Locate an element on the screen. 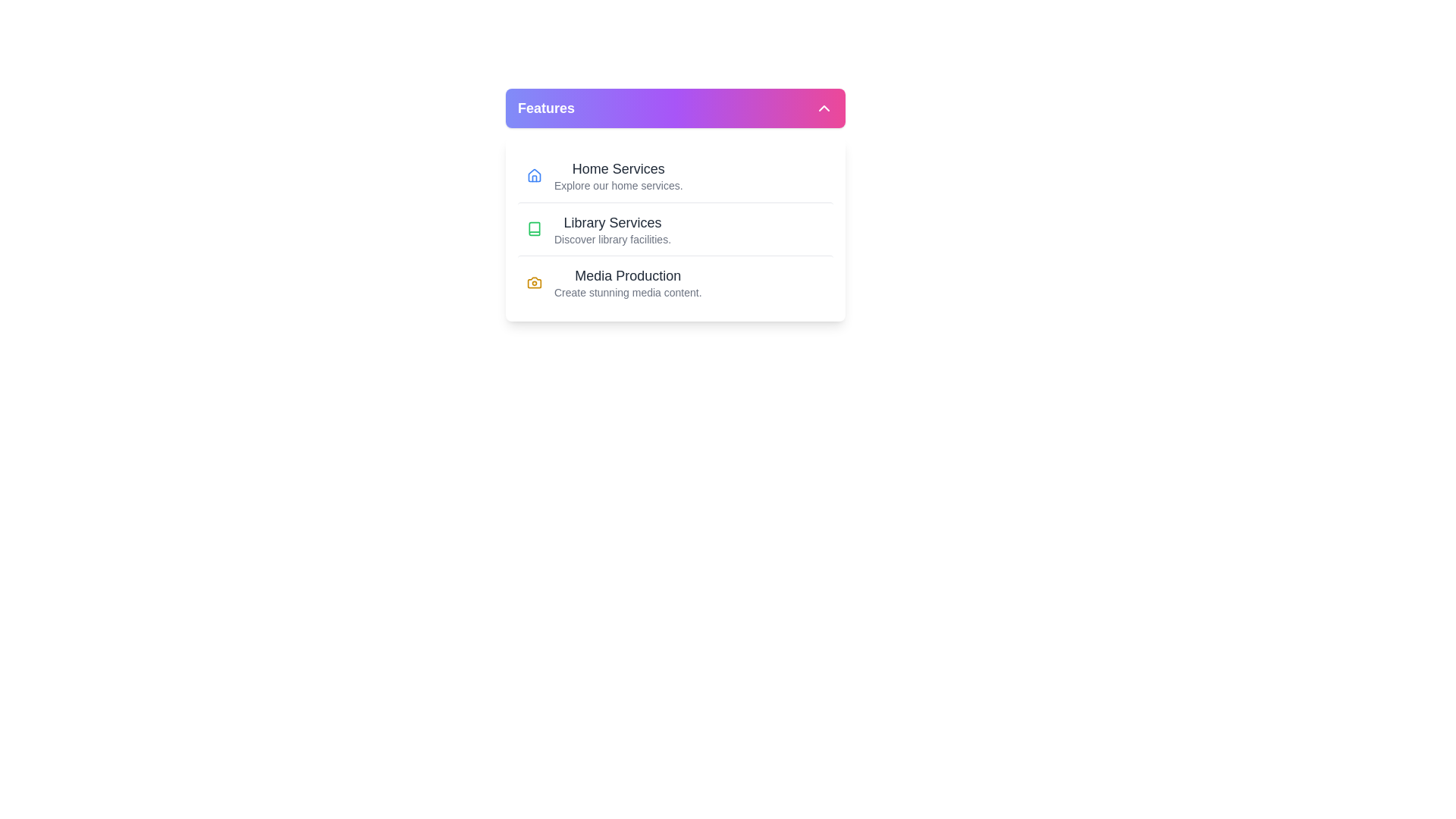  the first clickable menu list item under the 'Features' section is located at coordinates (675, 174).